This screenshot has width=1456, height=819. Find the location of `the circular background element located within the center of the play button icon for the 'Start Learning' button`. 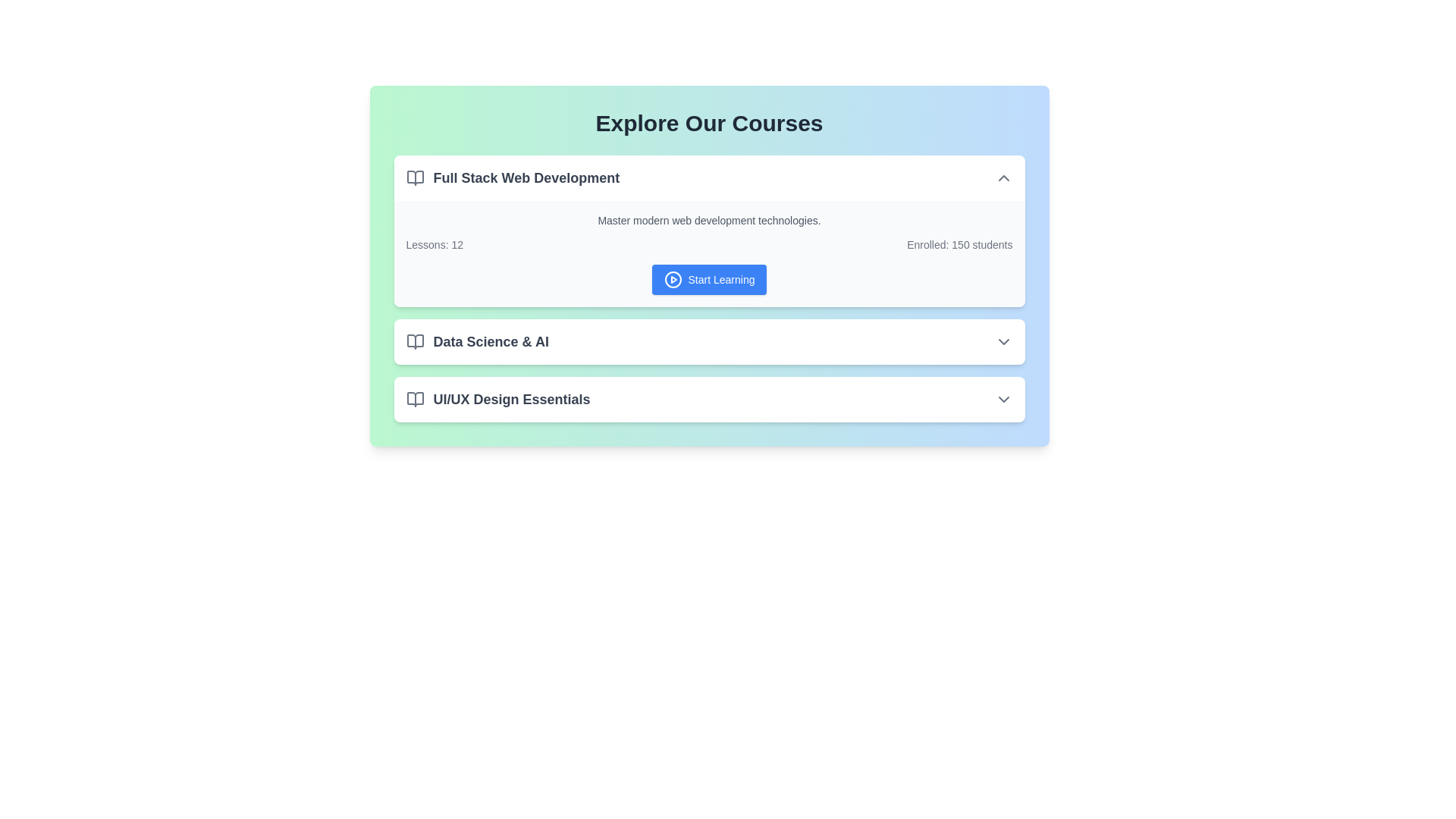

the circular background element located within the center of the play button icon for the 'Start Learning' button is located at coordinates (672, 280).